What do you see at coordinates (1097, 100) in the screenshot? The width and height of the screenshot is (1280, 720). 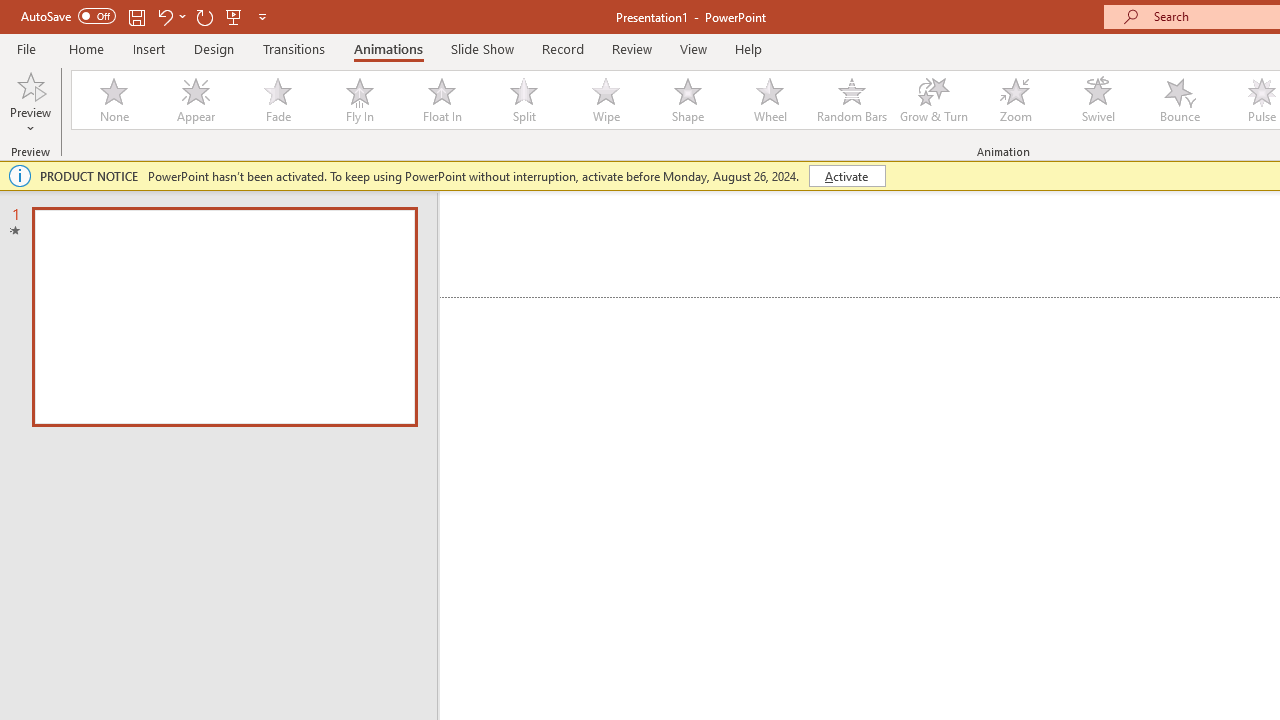 I see `'Swivel'` at bounding box center [1097, 100].